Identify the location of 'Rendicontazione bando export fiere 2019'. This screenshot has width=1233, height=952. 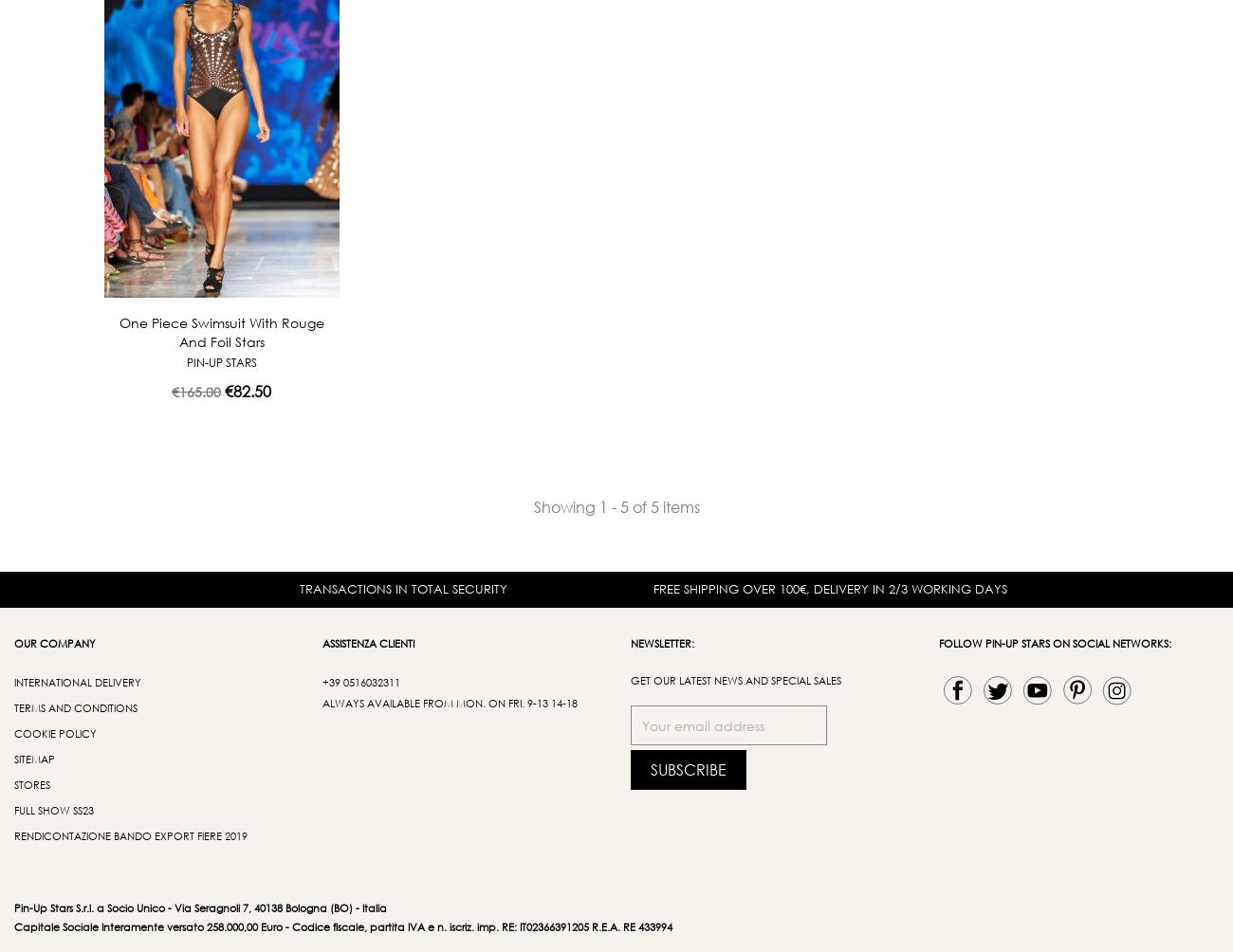
(130, 835).